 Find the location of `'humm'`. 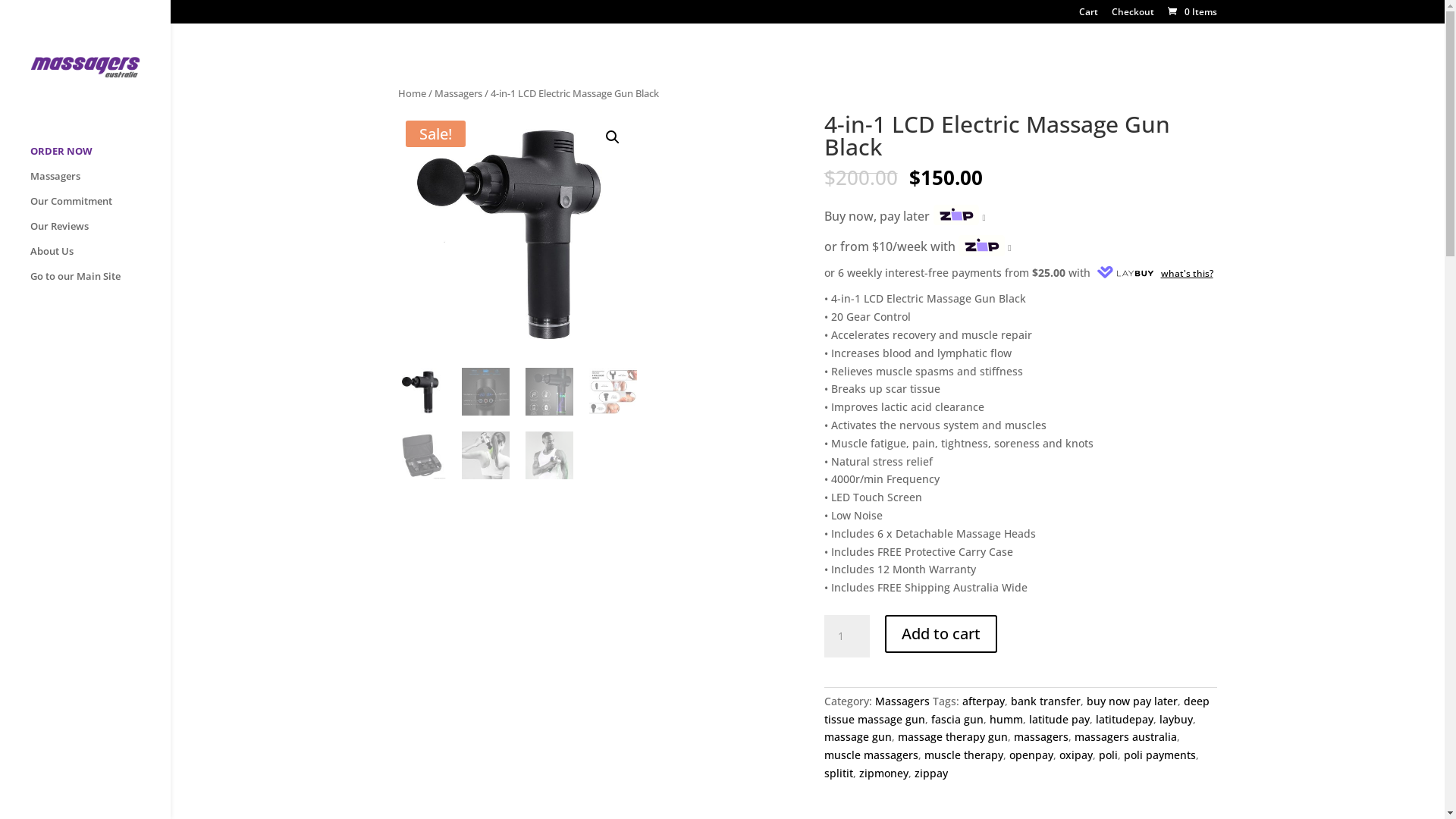

'humm' is located at coordinates (1006, 718).